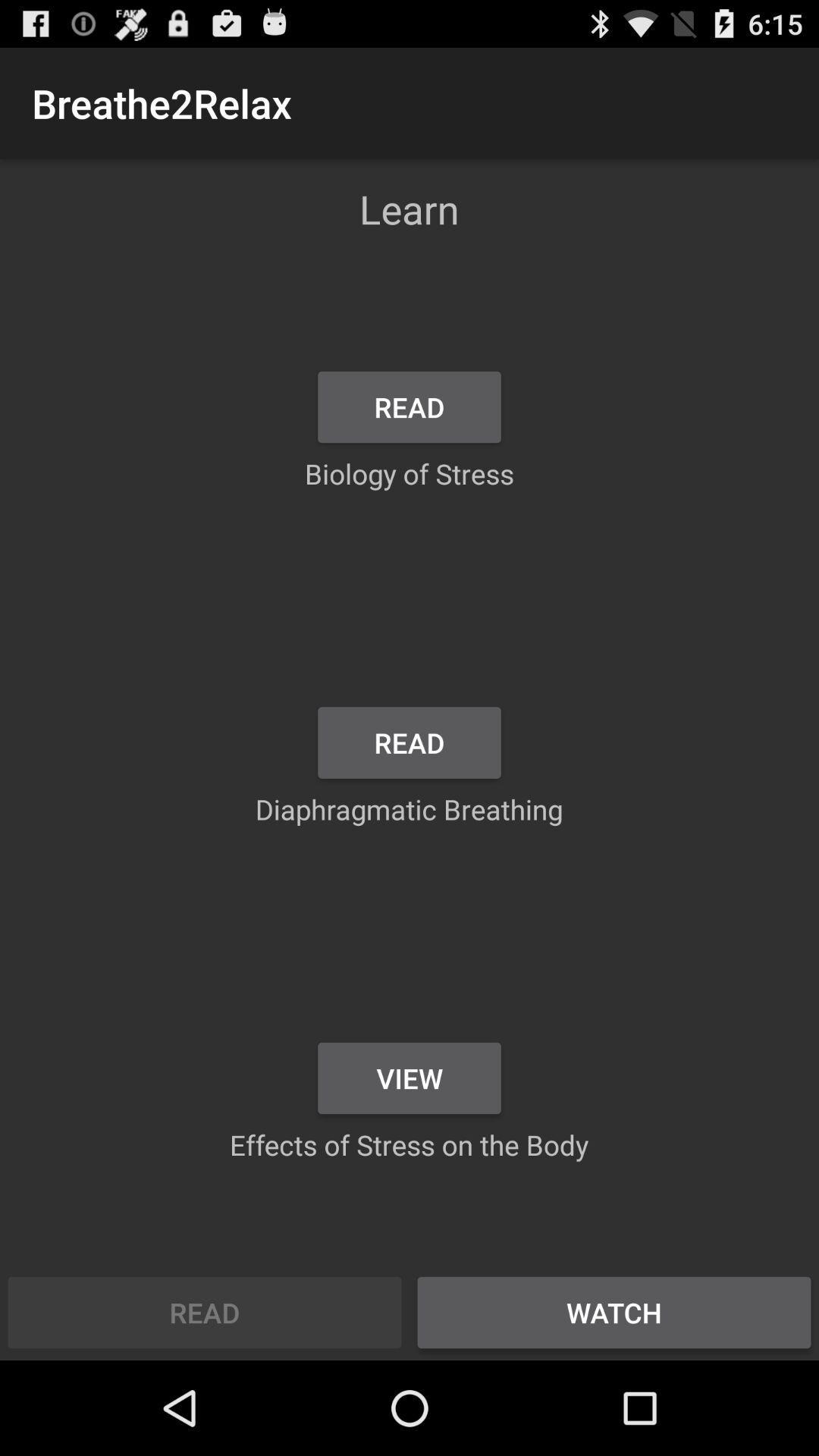 Image resolution: width=819 pixels, height=1456 pixels. What do you see at coordinates (614, 1312) in the screenshot?
I see `the watch item` at bounding box center [614, 1312].